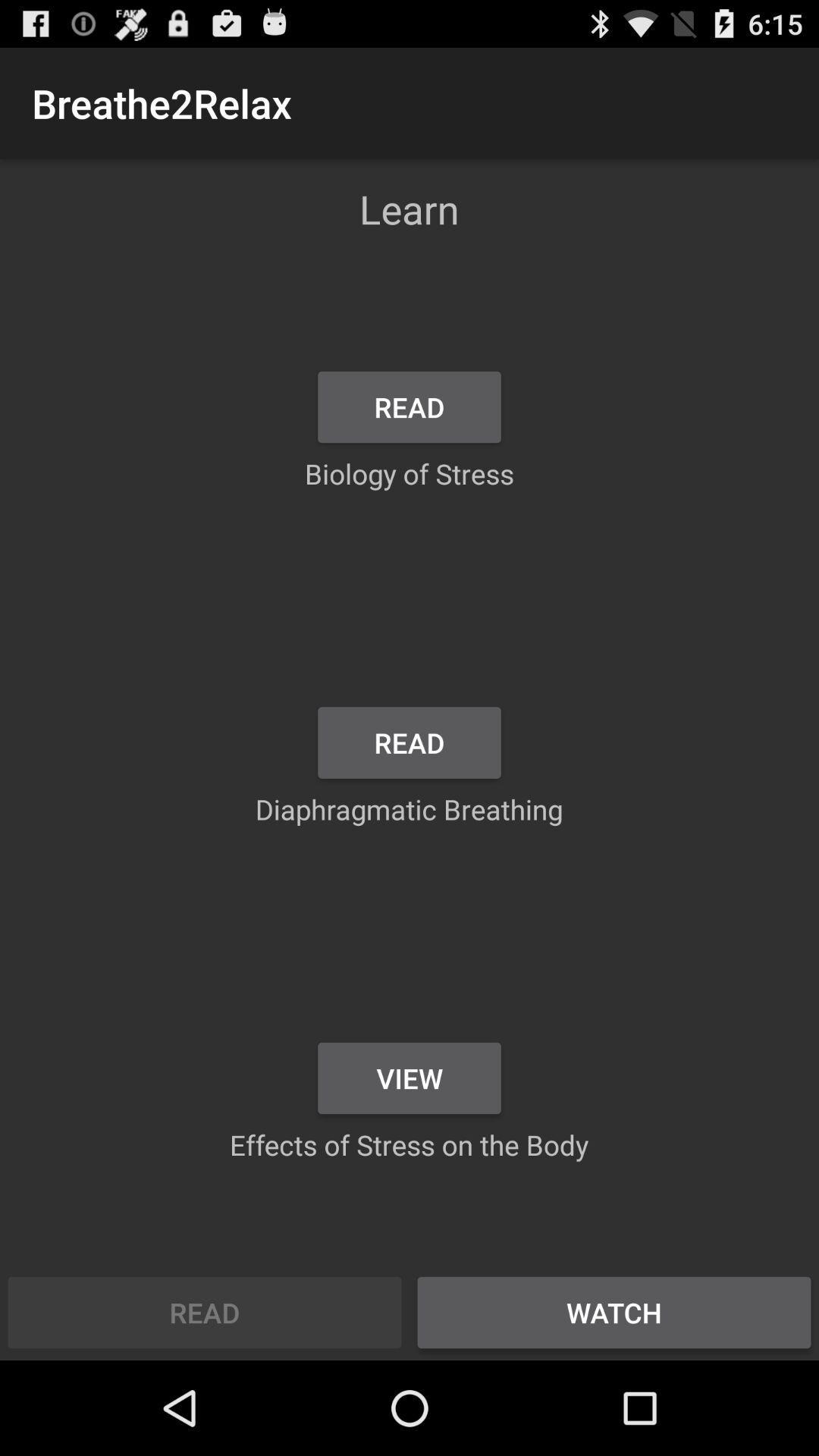 Image resolution: width=819 pixels, height=1456 pixels. What do you see at coordinates (614, 1312) in the screenshot?
I see `the watch item` at bounding box center [614, 1312].